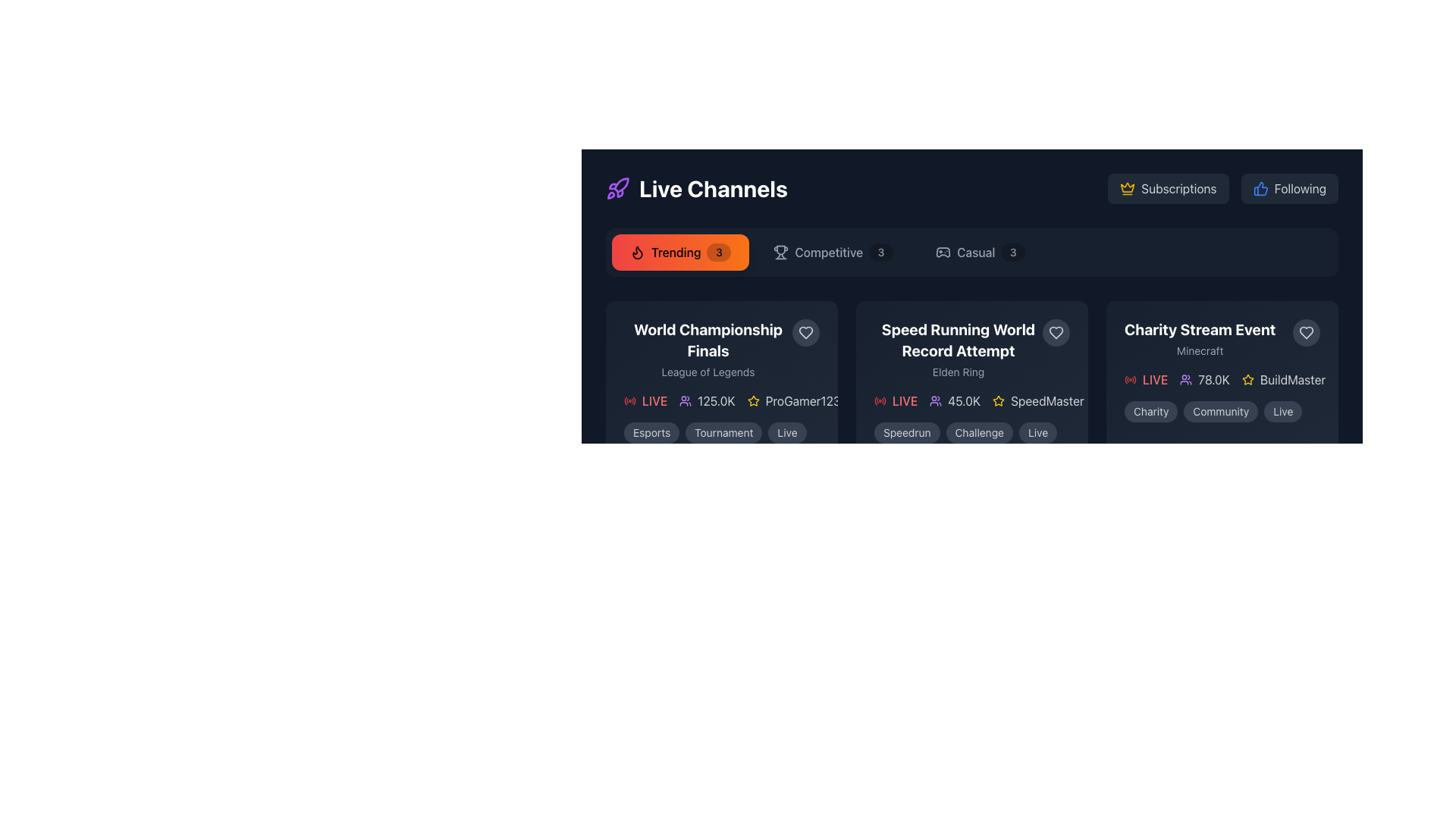  Describe the element at coordinates (1222, 412) in the screenshot. I see `the 'Community' badge within the Multi-item badge group located at the bottom of the 'Charity Stream Event' card, which contains the badges 'Charity', 'Community', and 'Live'` at that location.